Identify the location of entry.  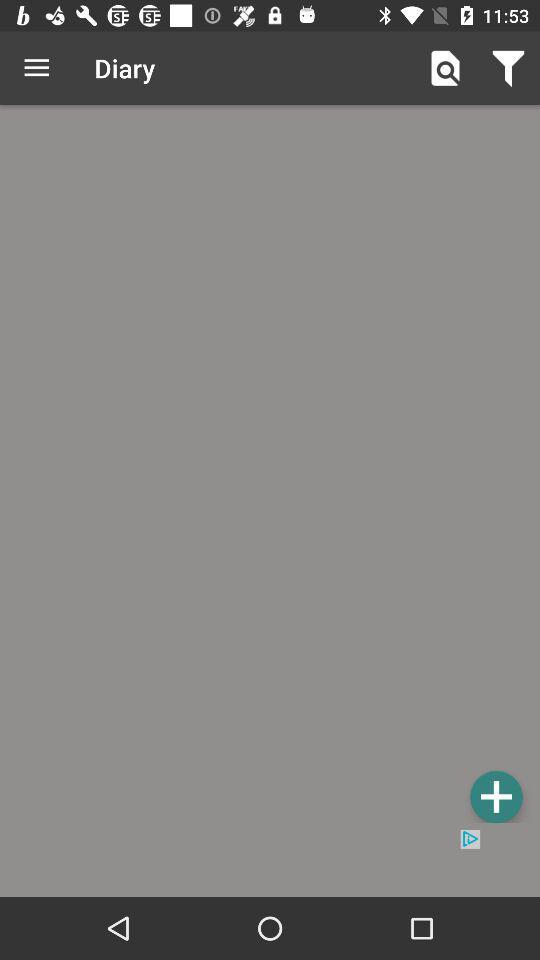
(270, 467).